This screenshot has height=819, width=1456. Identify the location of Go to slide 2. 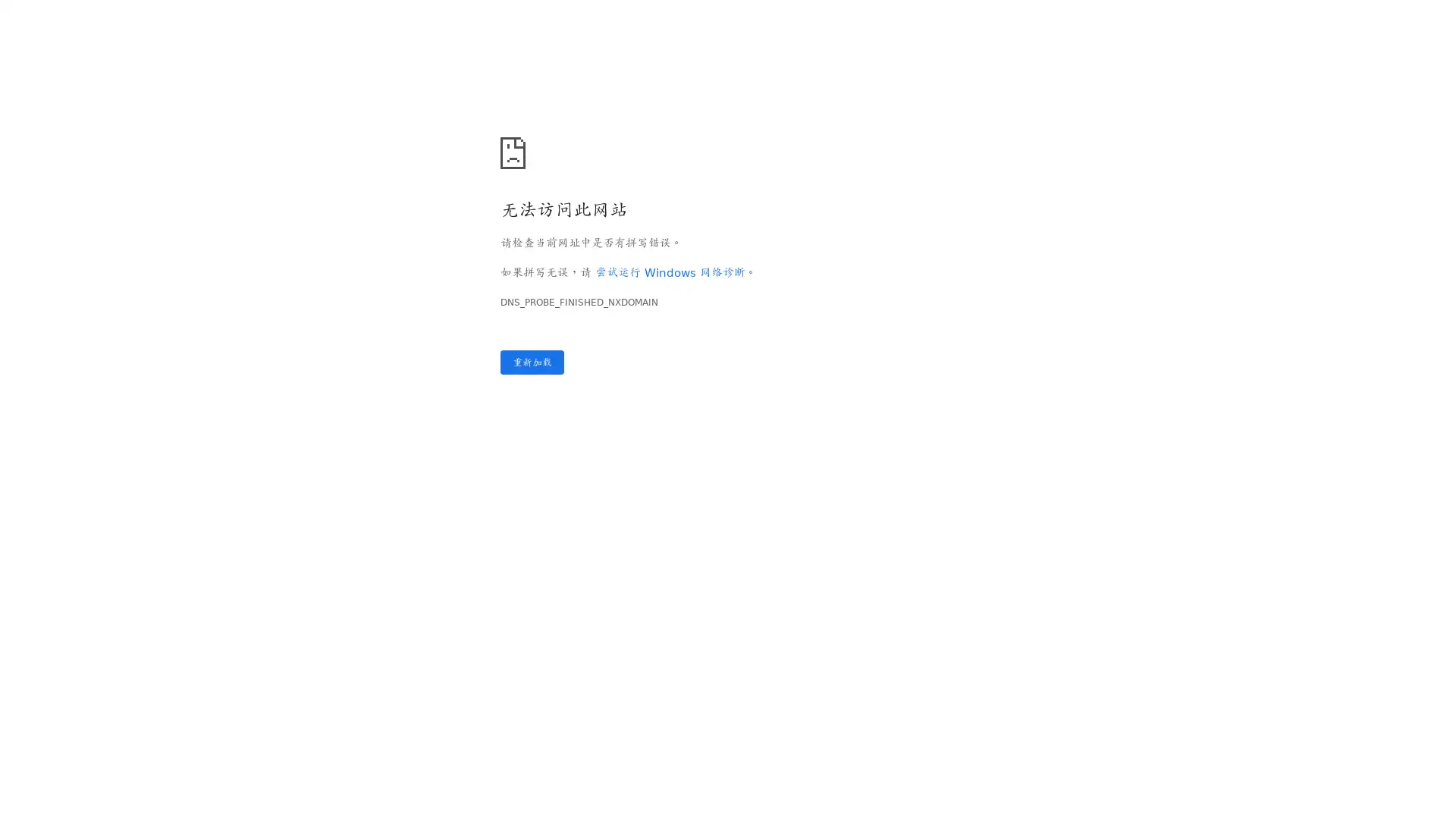
(39, 657).